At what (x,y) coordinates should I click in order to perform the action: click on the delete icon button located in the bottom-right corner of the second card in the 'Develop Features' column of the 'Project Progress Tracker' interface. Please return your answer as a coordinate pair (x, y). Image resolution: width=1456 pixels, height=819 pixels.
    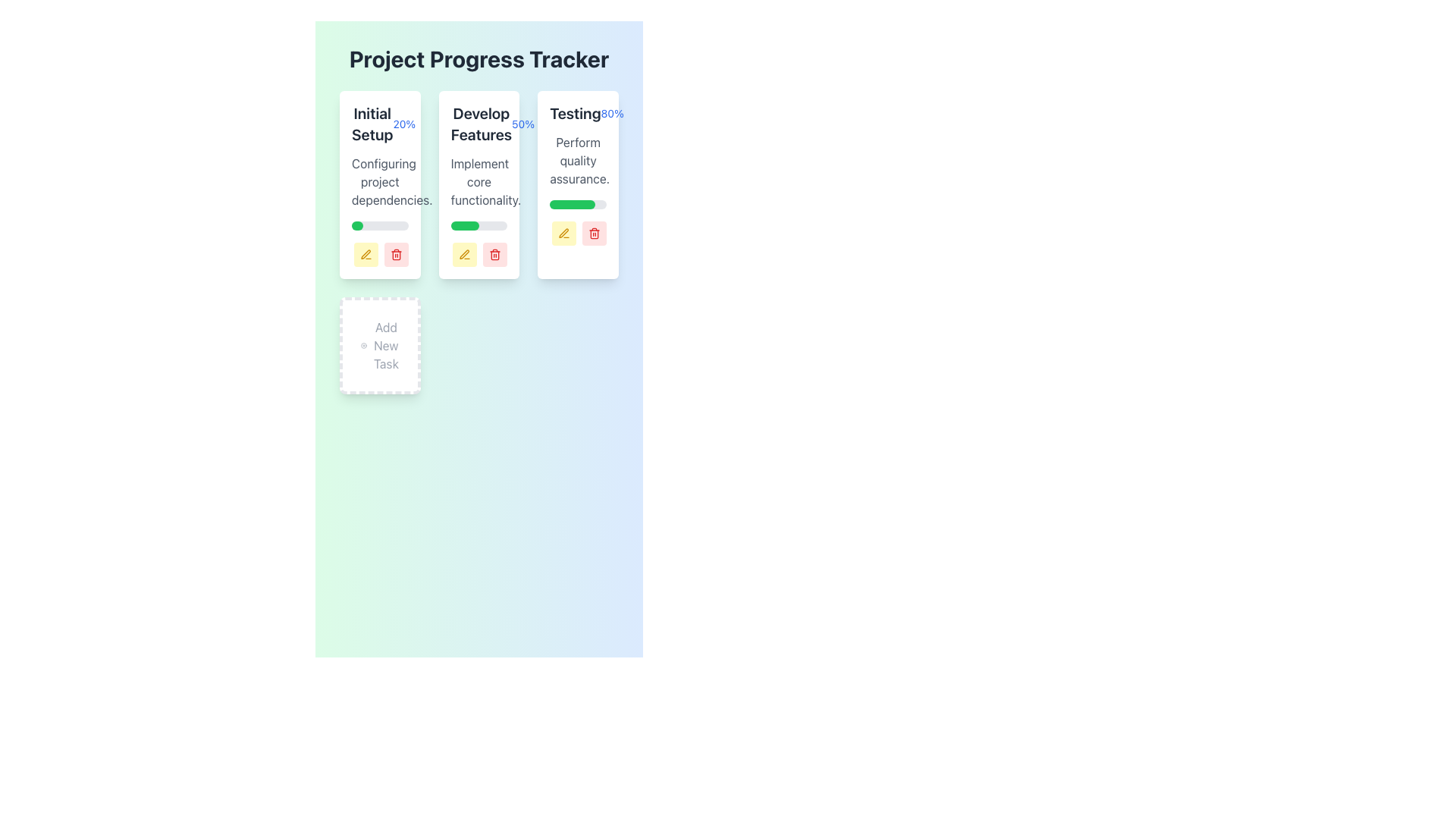
    Looking at the image, I should click on (396, 253).